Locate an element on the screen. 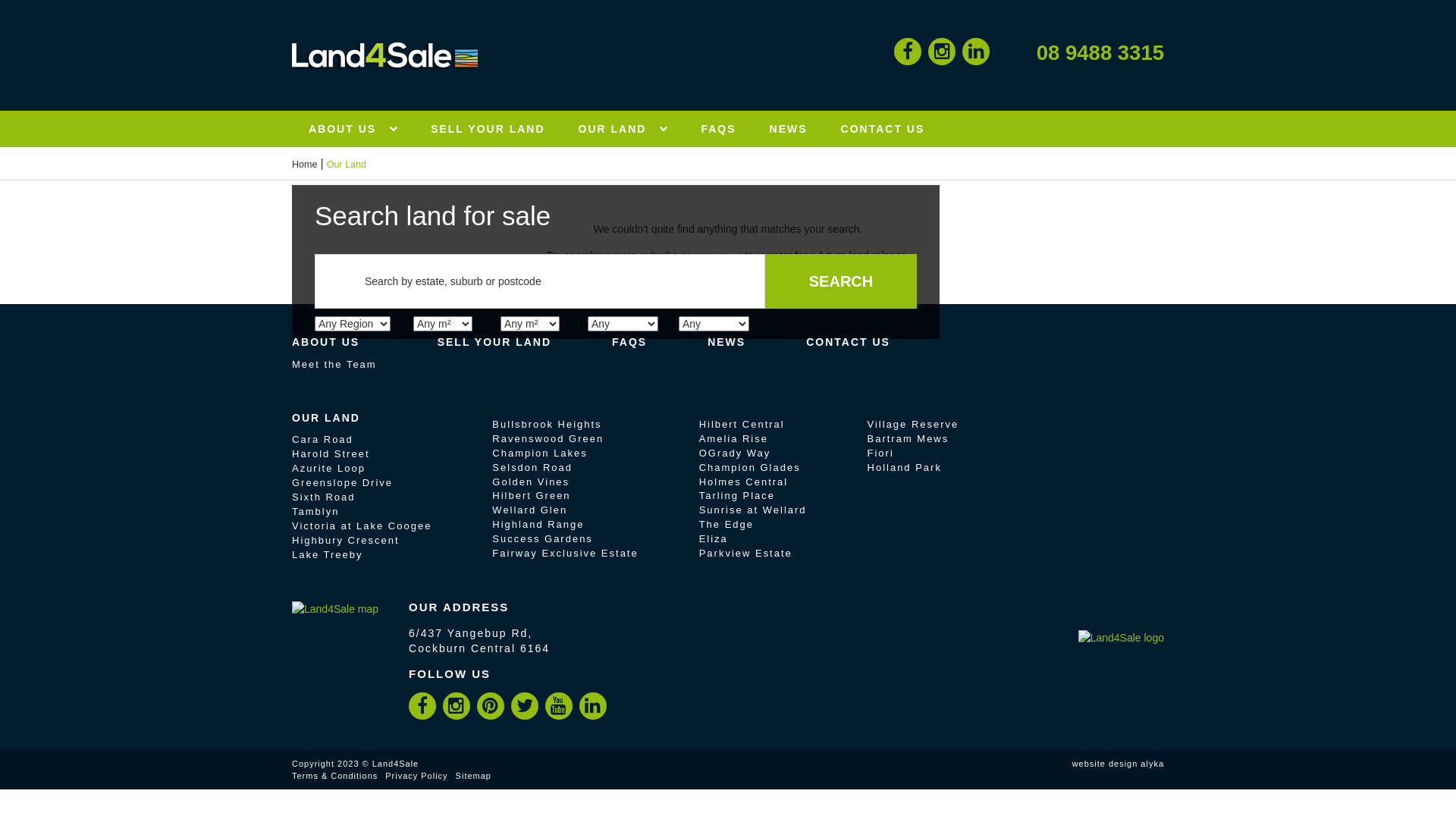  'Amelia Rise' is located at coordinates (698, 438).